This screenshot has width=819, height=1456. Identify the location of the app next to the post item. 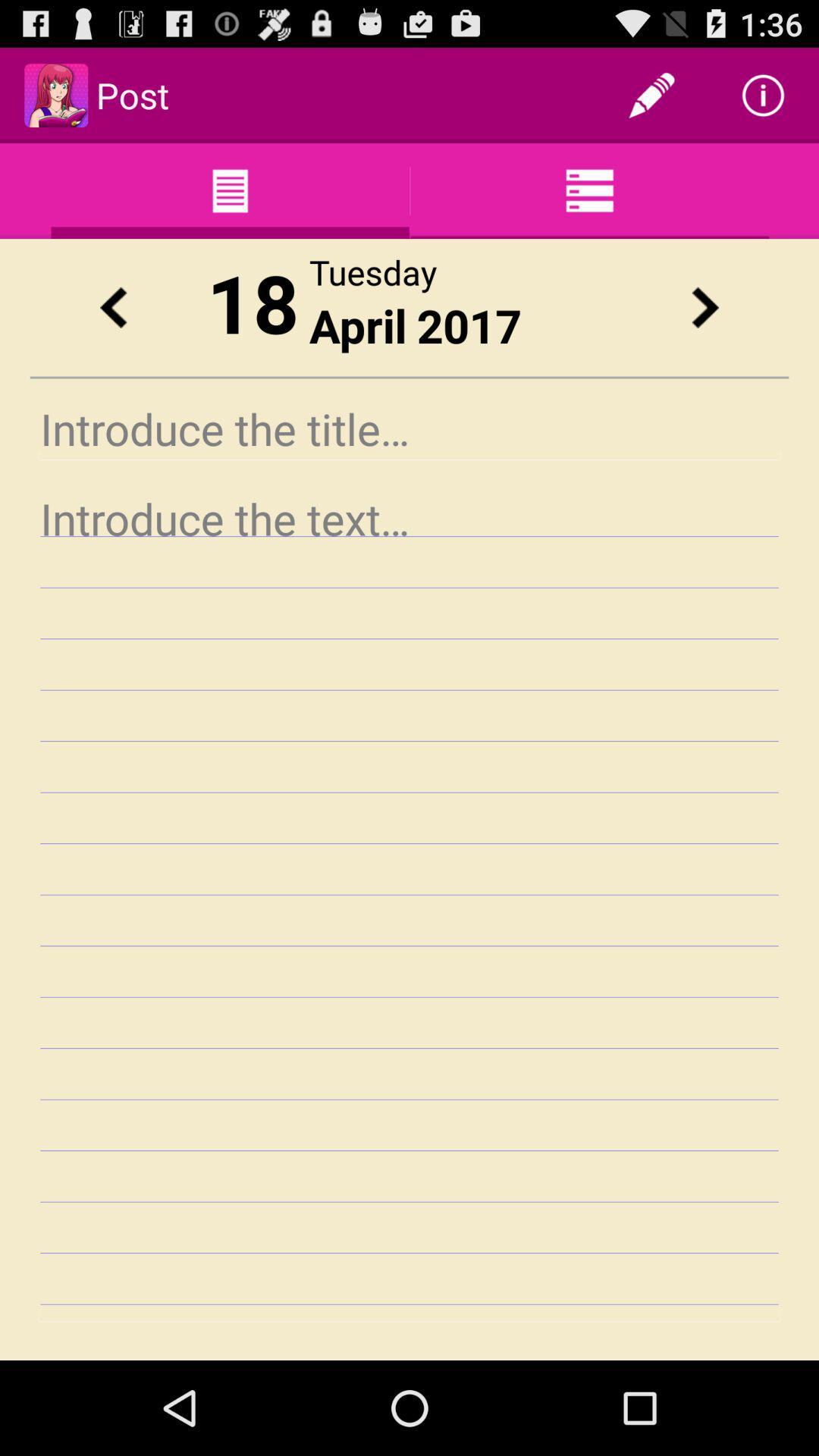
(651, 94).